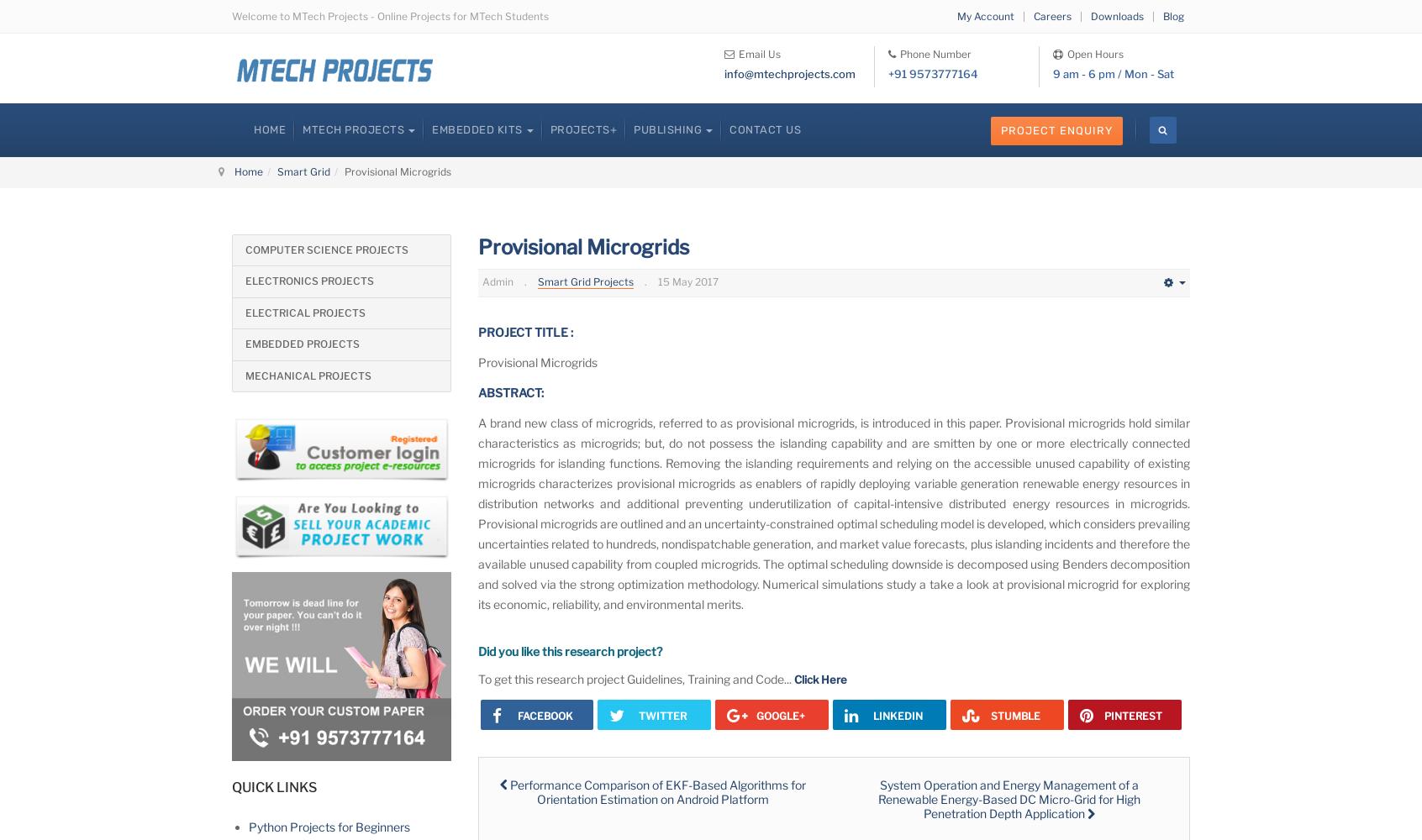 This screenshot has height=840, width=1422. I want to click on 'A brand new class of microgrids, referred to as provisional microgrids, is introduced in this paper. Provisional microgrids hold similar characteristics as microgrids; but, do not possess the islanding capability and are smitten by one or more electrically connected microgrids for islanding functions. Removing the islanding requirements and relying on the accessible unused capability of existing microgrids characterizes provisional microgrids as enablers of rapidly deploying variable generation renewable energy resources in distribution networks and additional preventing underutilization of capital-intensive distributed energy resources in microgrids. Provisional microgrids are outlined and an uncertainty-constrained optimal scheduling model is developed, which considers prevailing uncertainties related to hundreds, nondispatchable generation, and market value forecasts, plus islanding incidents and therefore the available unused capability from coupled microgrids. The optimal scheduling downside is decomposed using Benders decomposition and solved via the strong optimization methodology. Numerical simulations study a take a look at provisional microgrid for exploring its economic, reliability, and environmental merits.', so click(833, 512).